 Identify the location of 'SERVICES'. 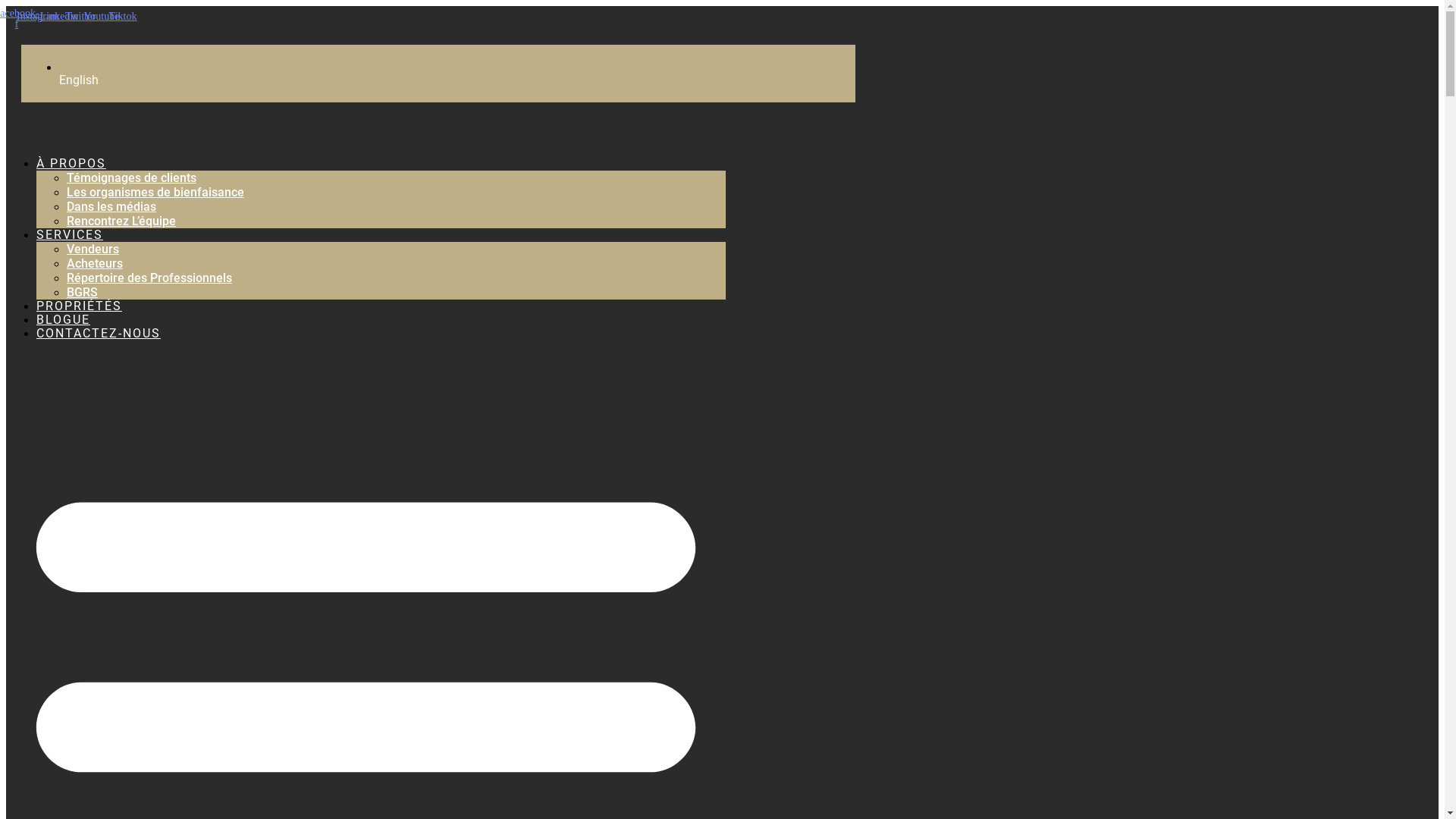
(68, 234).